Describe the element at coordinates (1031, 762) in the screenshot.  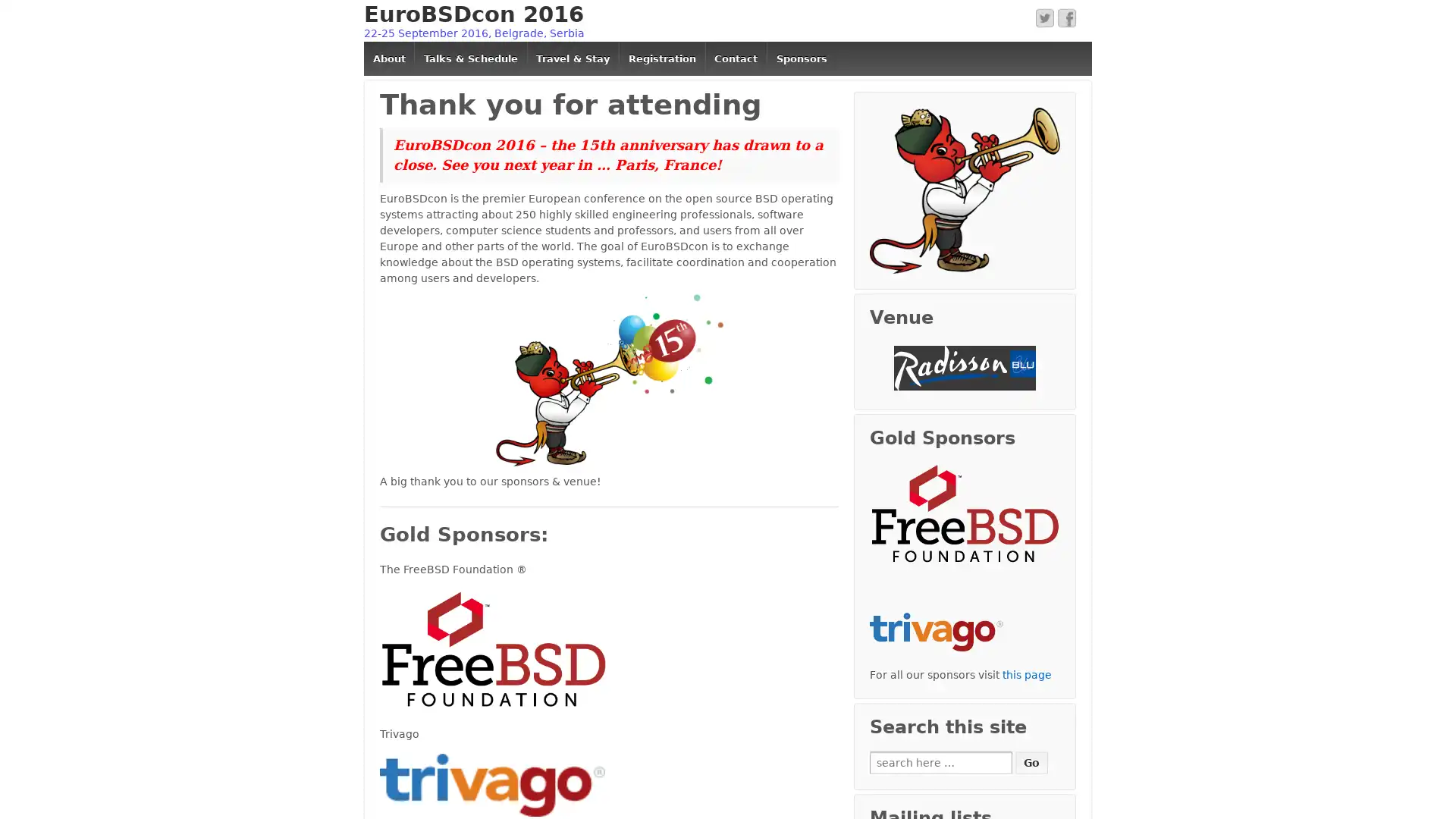
I see `Go` at that location.